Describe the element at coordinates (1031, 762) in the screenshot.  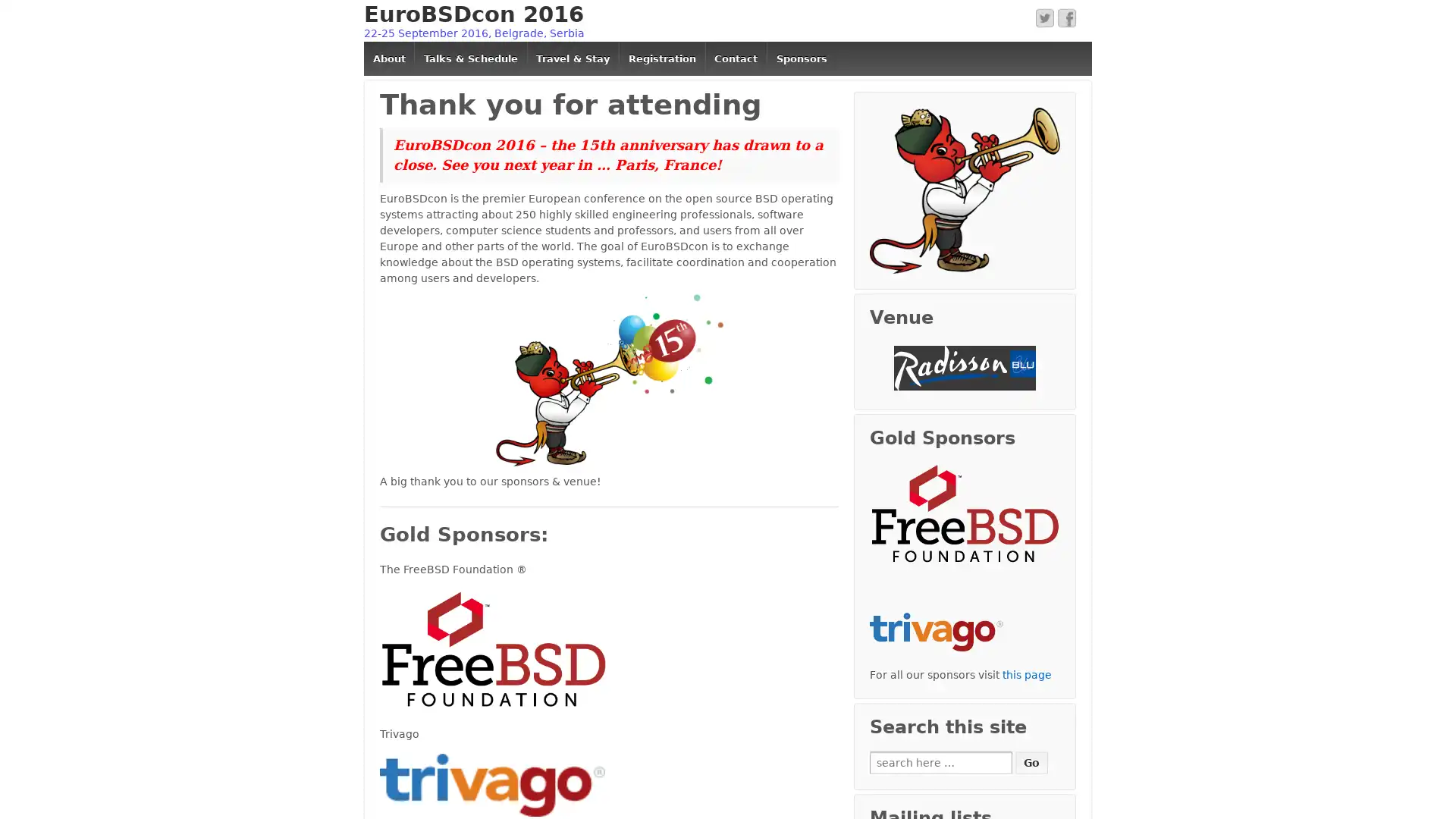
I see `Go` at that location.